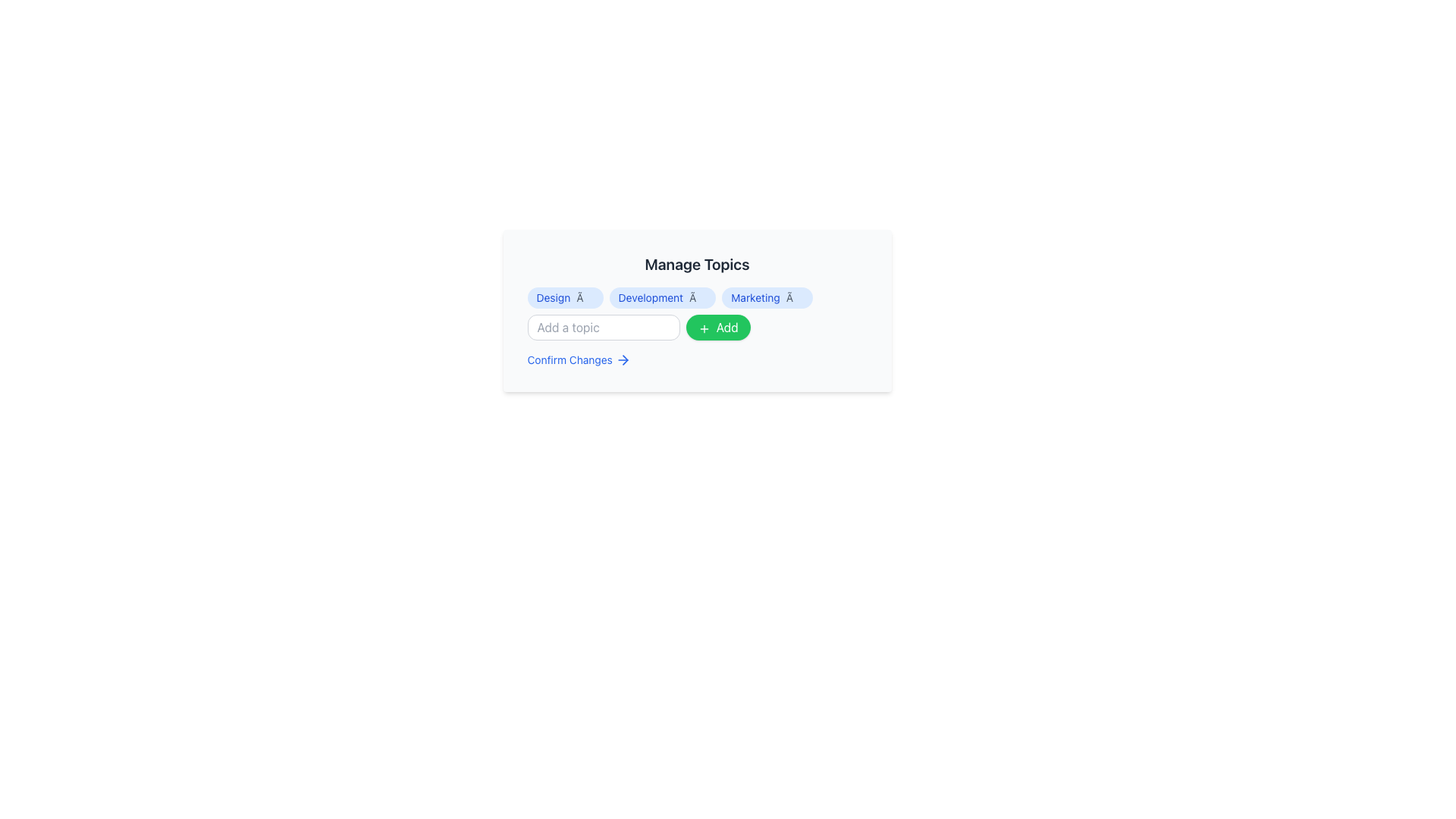  What do you see at coordinates (662, 298) in the screenshot?
I see `the '×' icon on the pill-shaped label with a blue background and text 'Development'` at bounding box center [662, 298].